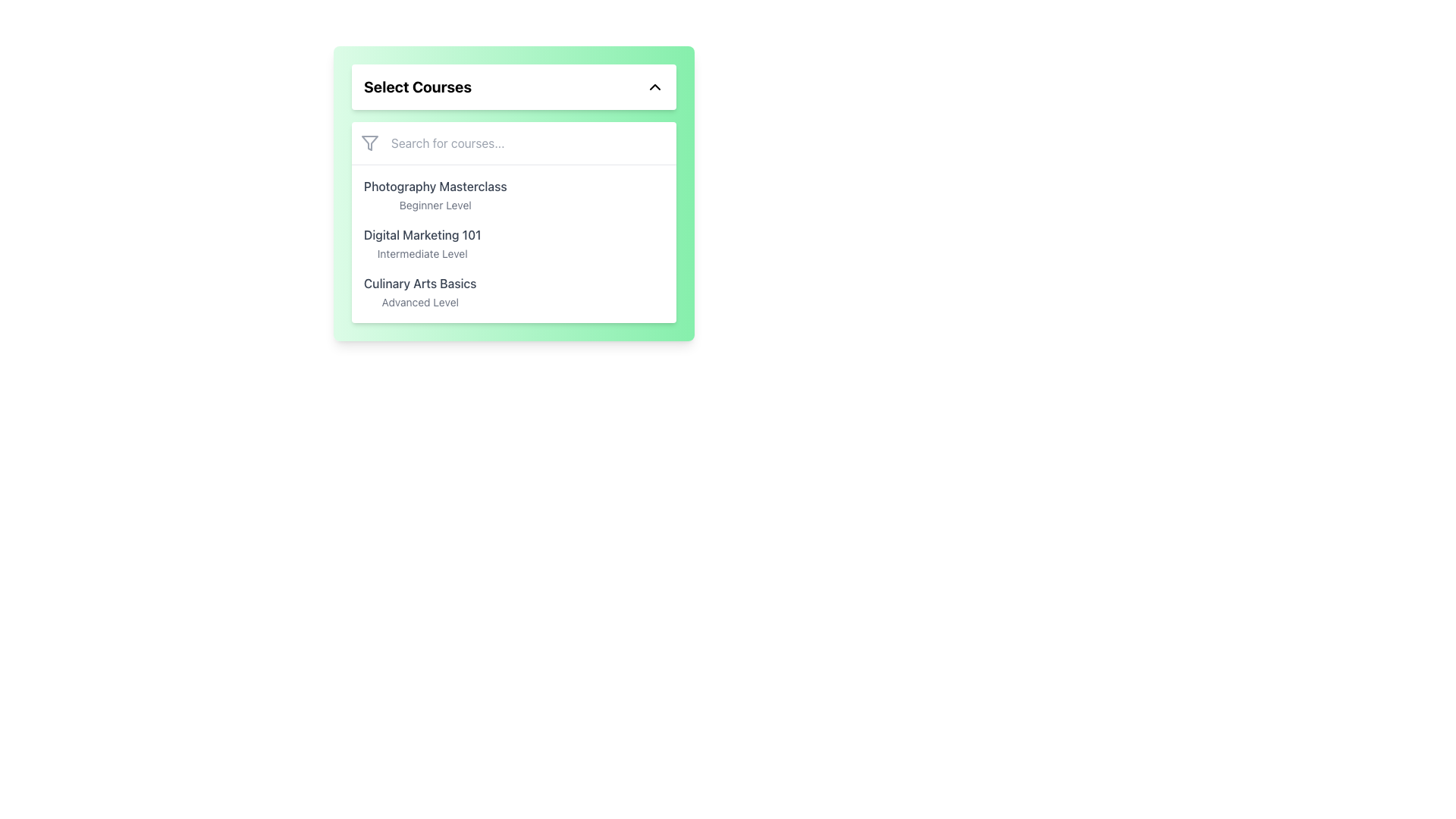 This screenshot has height=819, width=1456. Describe the element at coordinates (418, 87) in the screenshot. I see `static text label displaying 'Select Courses' located at the top-left of the dropdown menu` at that location.